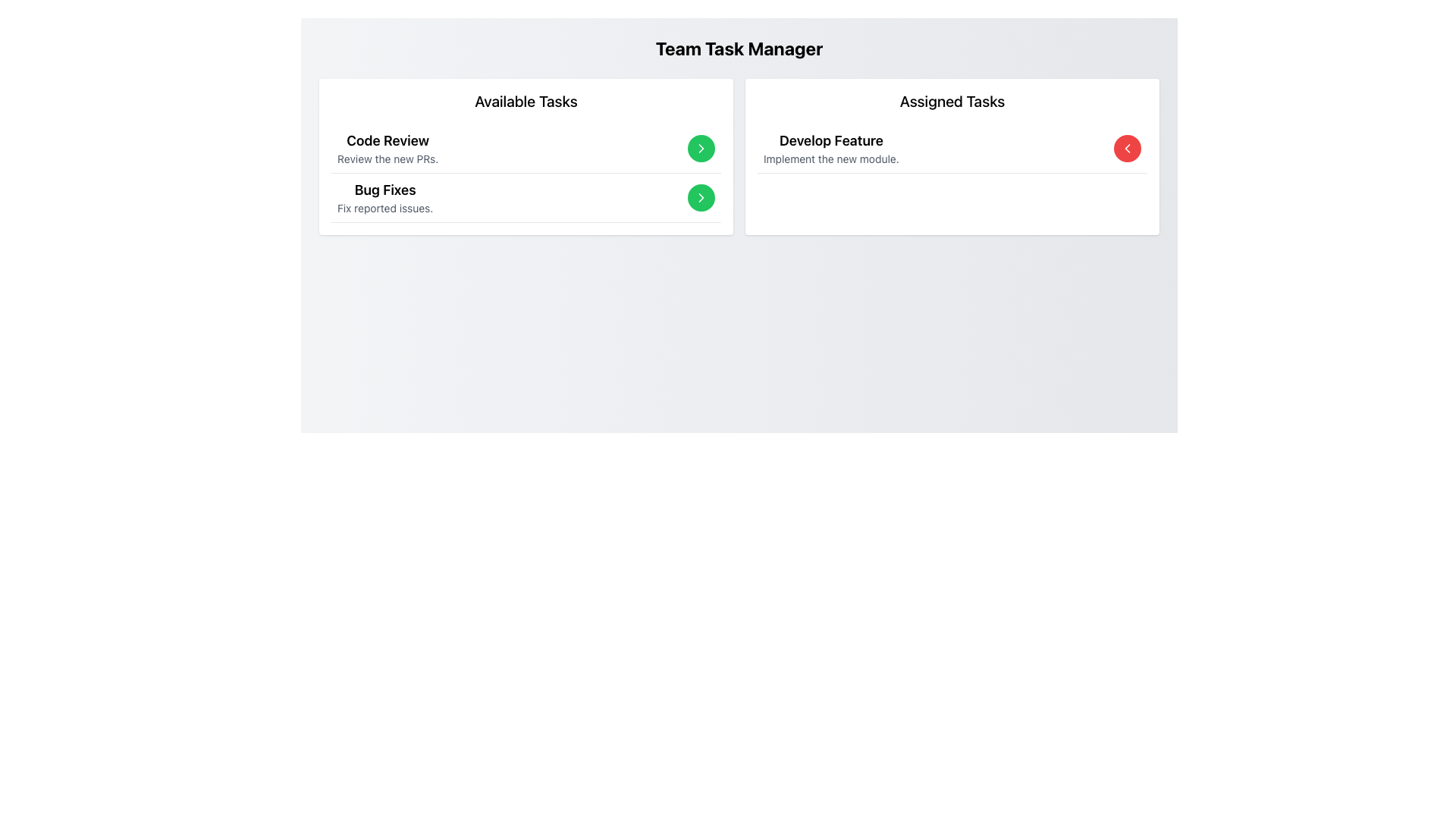  I want to click on the Text Label that provides supplementary information for the 'Code Review' item, located below the 'Code Review' title in the 'Available Tasks' section on the left side of the interface, so click(388, 158).